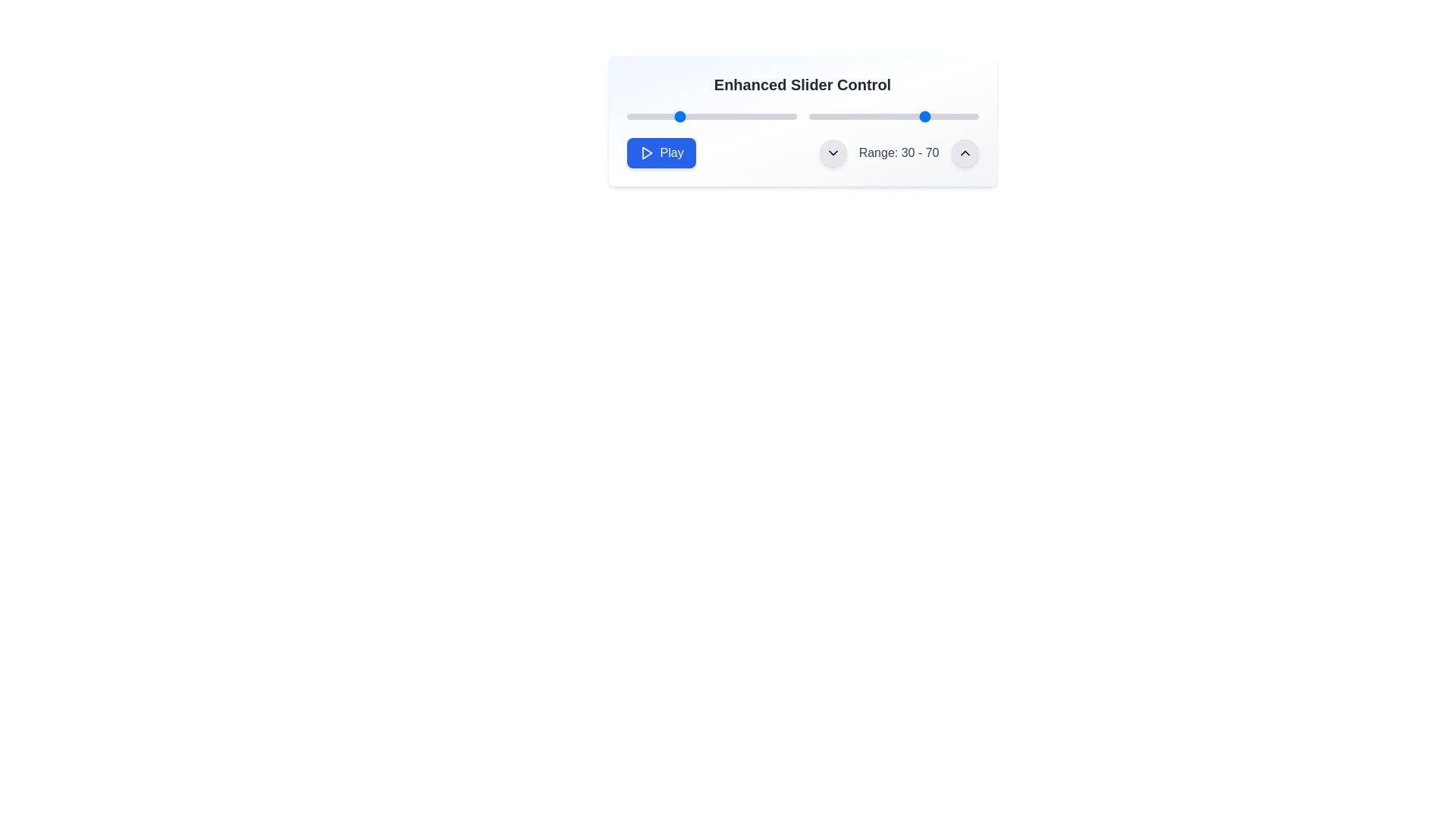 The image size is (1456, 819). Describe the element at coordinates (761, 116) in the screenshot. I see `the slider` at that location.